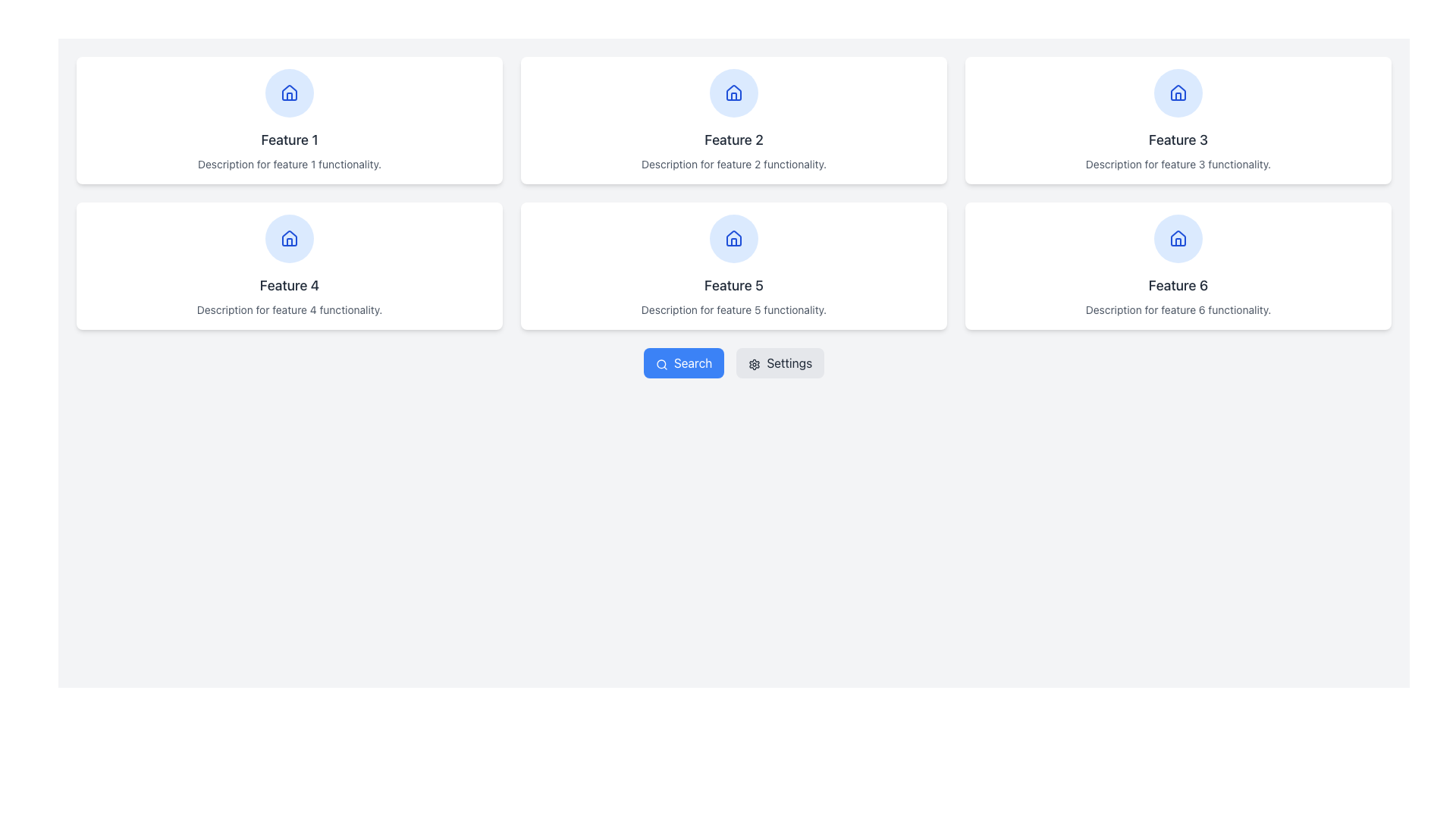 This screenshot has height=819, width=1456. Describe the element at coordinates (290, 93) in the screenshot. I see `the icon representing 'Feature 4'` at that location.